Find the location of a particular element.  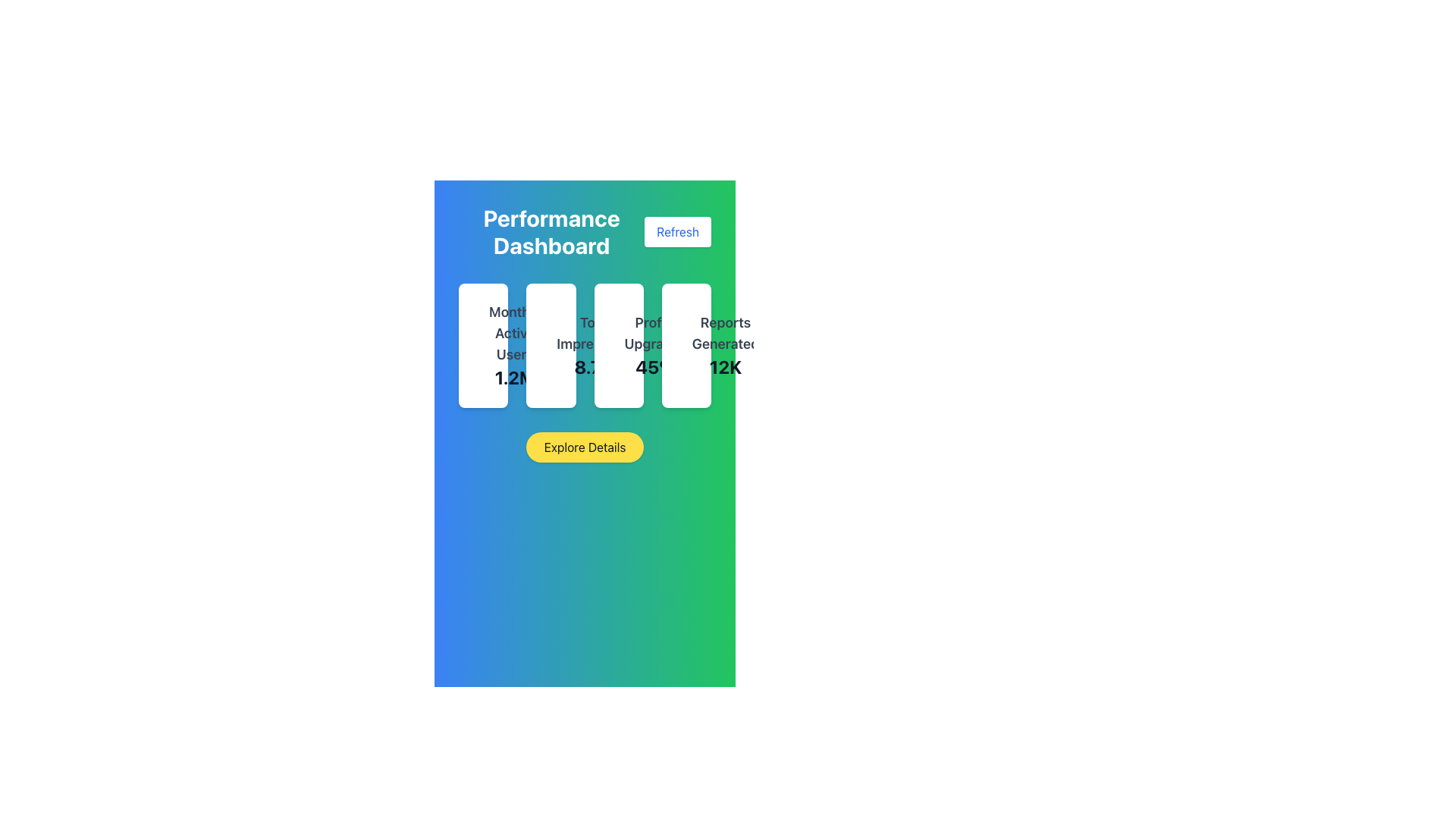

the information displayed on the Card or Information Panel that shows 'Total Impressions 8.7M', located in the Performance Dashboard, between the 'Monthly Active Users' and 'Profile Upgrades' cards is located at coordinates (550, 345).